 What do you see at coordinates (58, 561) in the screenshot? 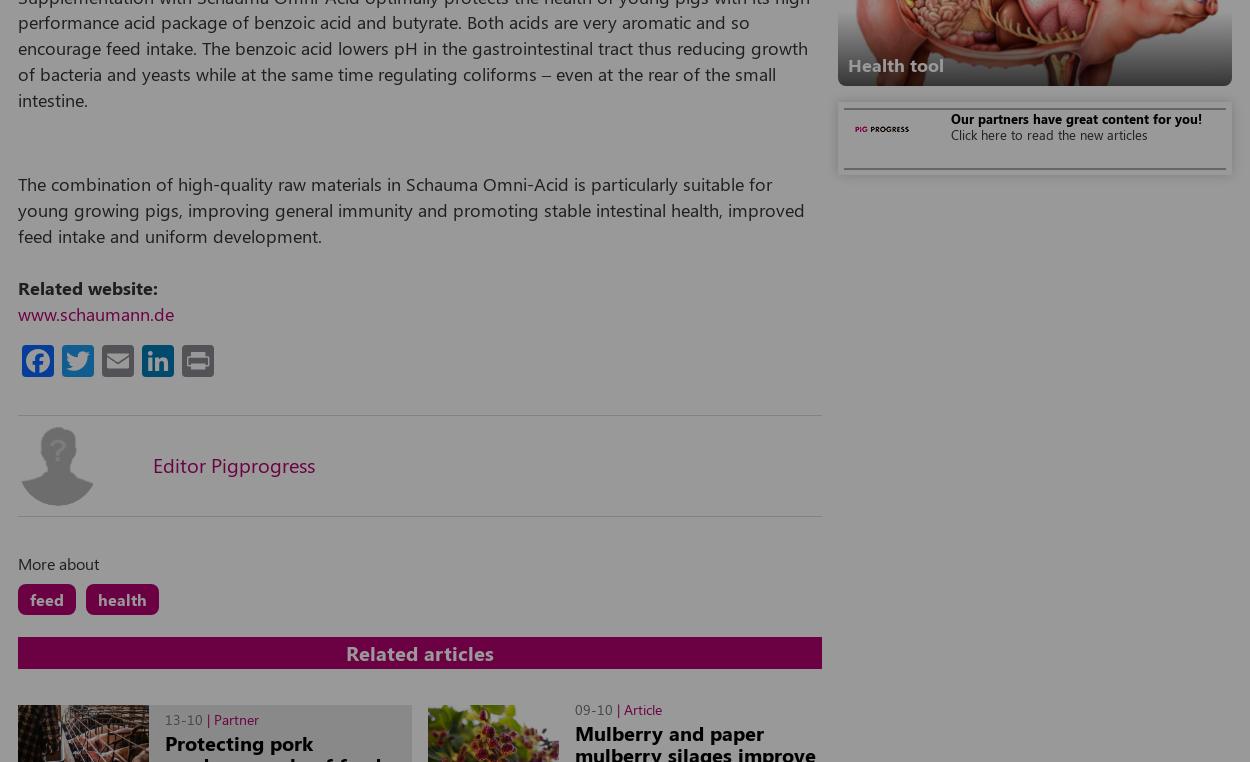
I see `'More about'` at bounding box center [58, 561].